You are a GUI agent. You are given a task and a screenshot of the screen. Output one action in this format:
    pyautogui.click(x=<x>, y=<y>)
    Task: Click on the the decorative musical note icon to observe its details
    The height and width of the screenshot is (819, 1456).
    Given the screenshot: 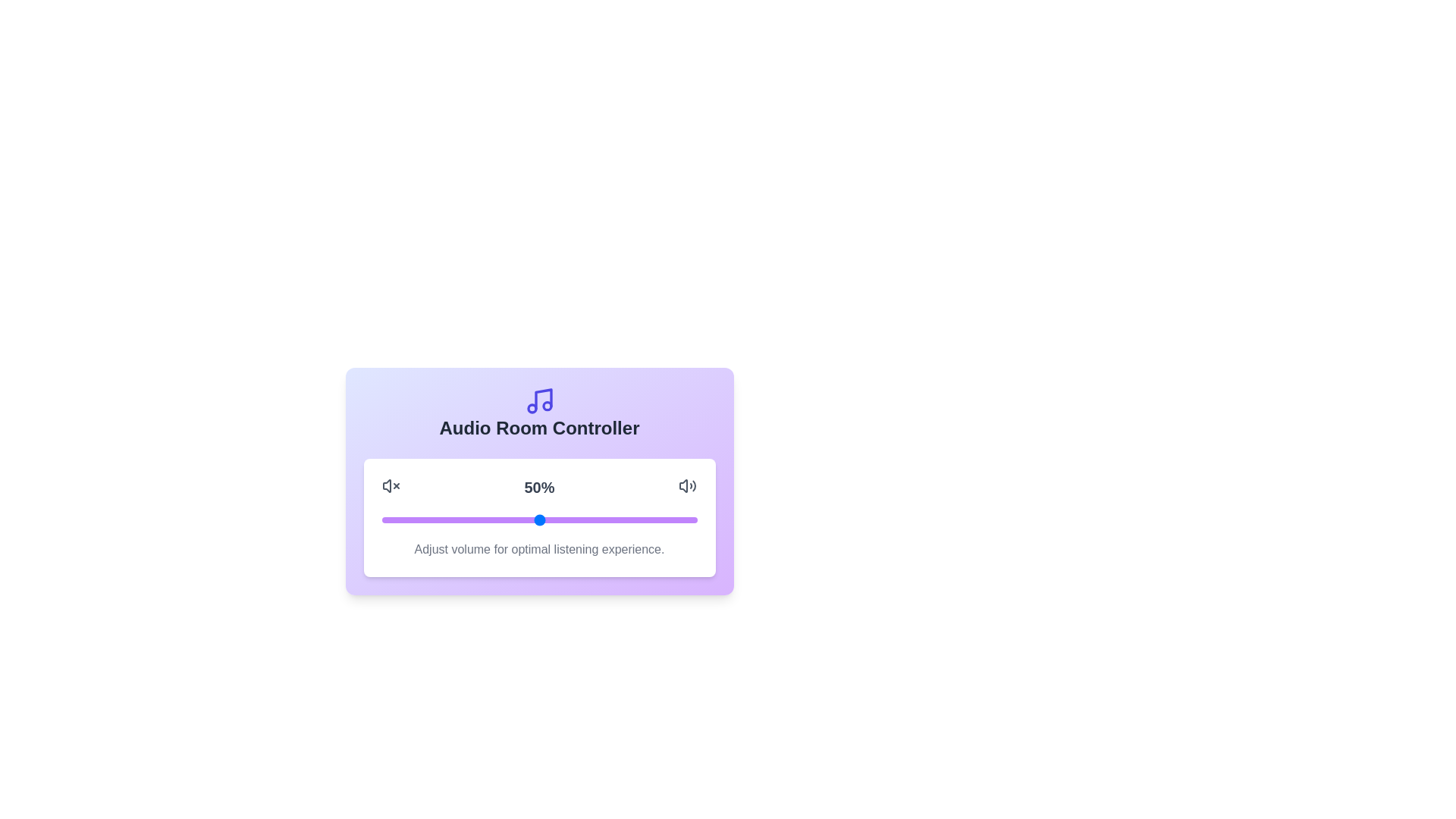 What is the action you would take?
    pyautogui.click(x=539, y=400)
    